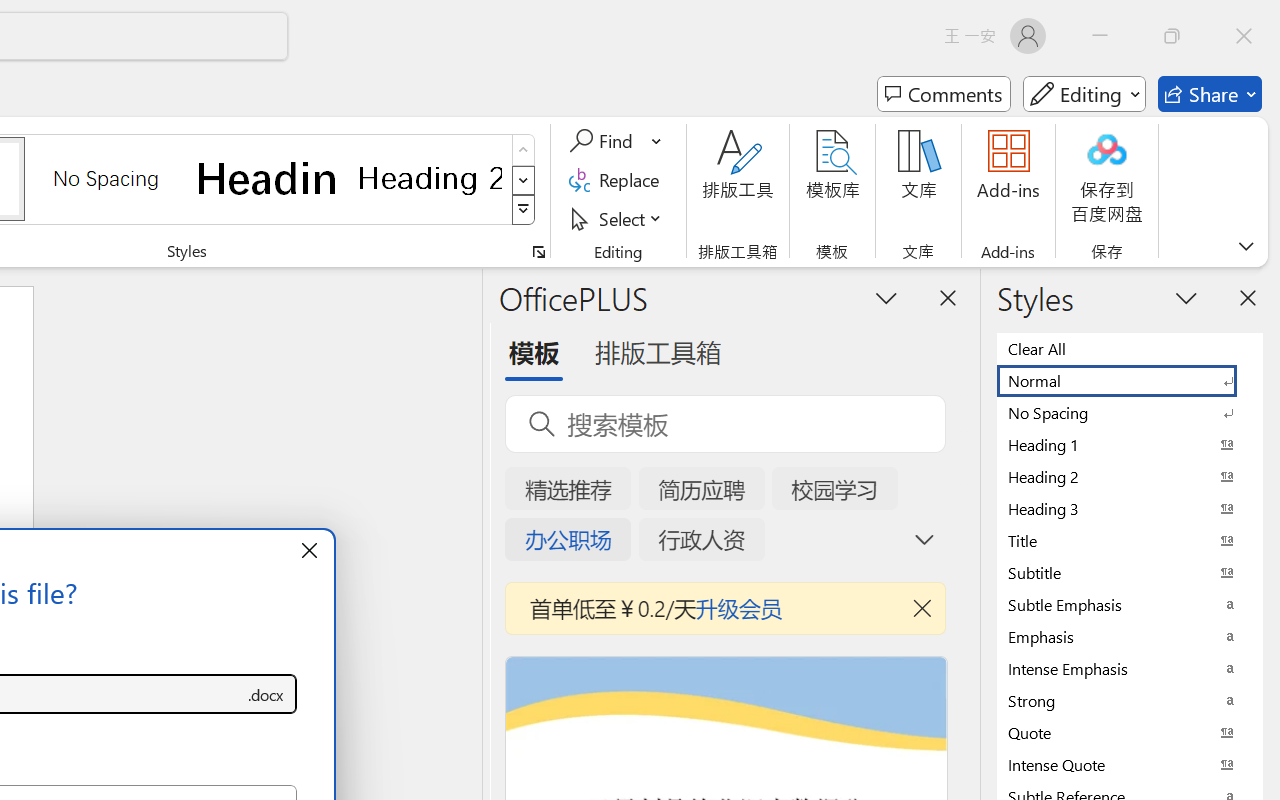 Image resolution: width=1280 pixels, height=800 pixels. What do you see at coordinates (524, 210) in the screenshot?
I see `'Class: NetUIImage'` at bounding box center [524, 210].